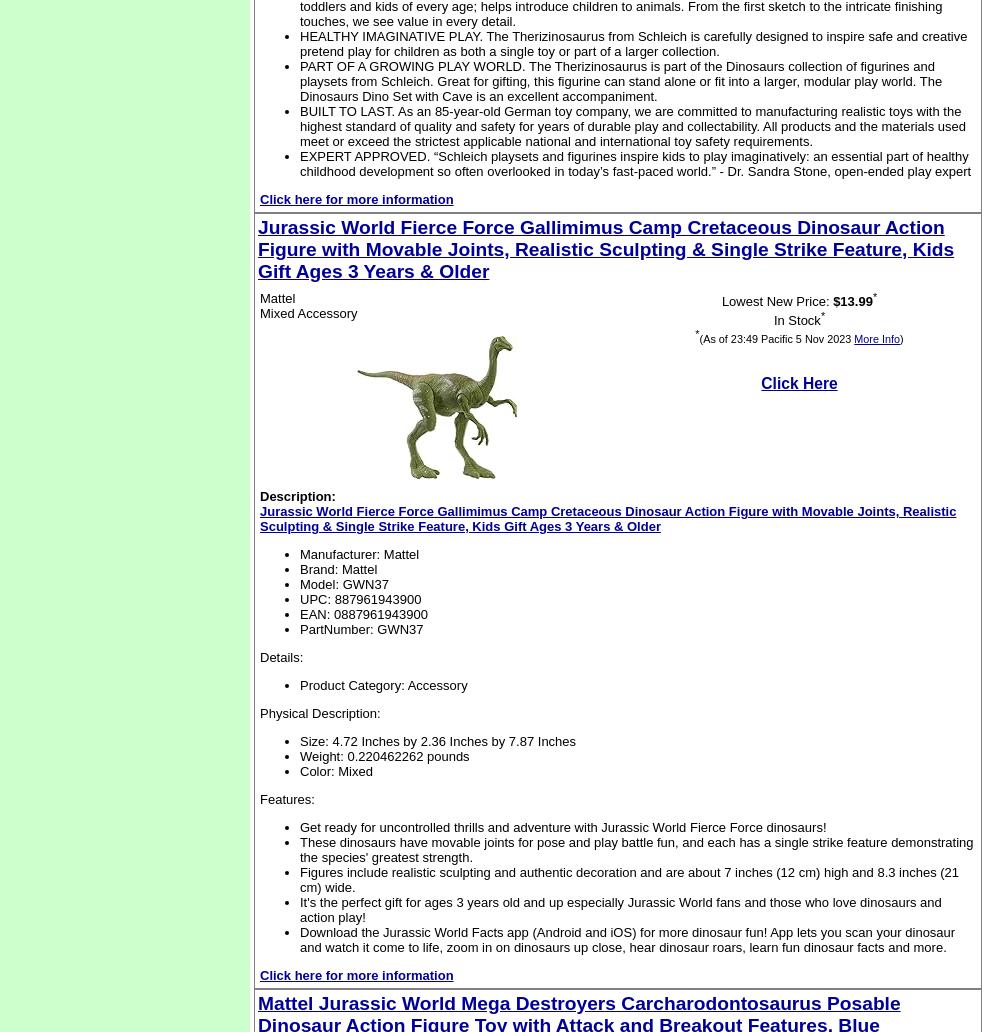 Image resolution: width=986 pixels, height=1032 pixels. Describe the element at coordinates (277, 298) in the screenshot. I see `'Mattel'` at that location.